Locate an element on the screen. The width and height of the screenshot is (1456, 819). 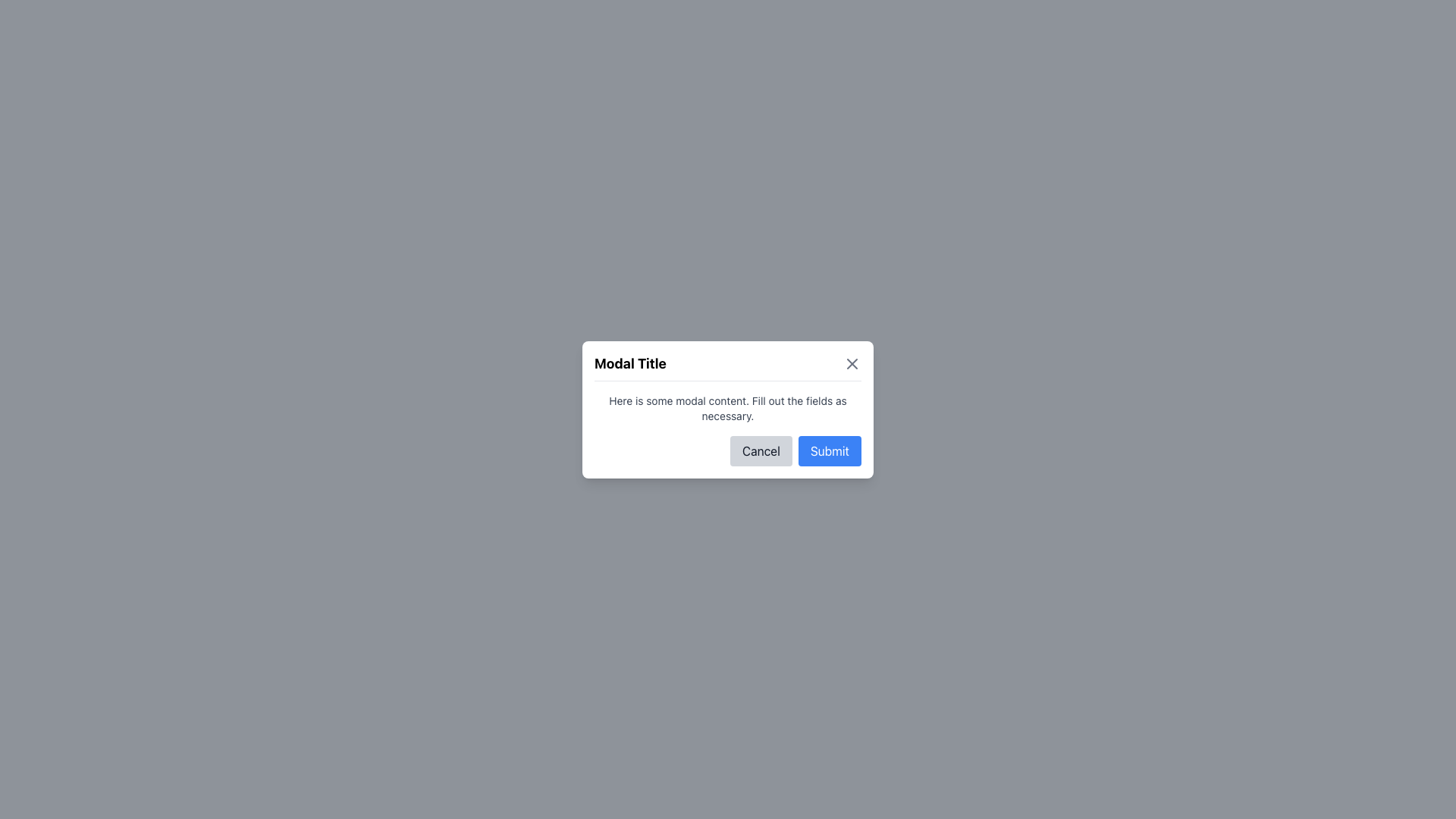
the submit button located at the bottom-right corner of the modal window is located at coordinates (829, 450).